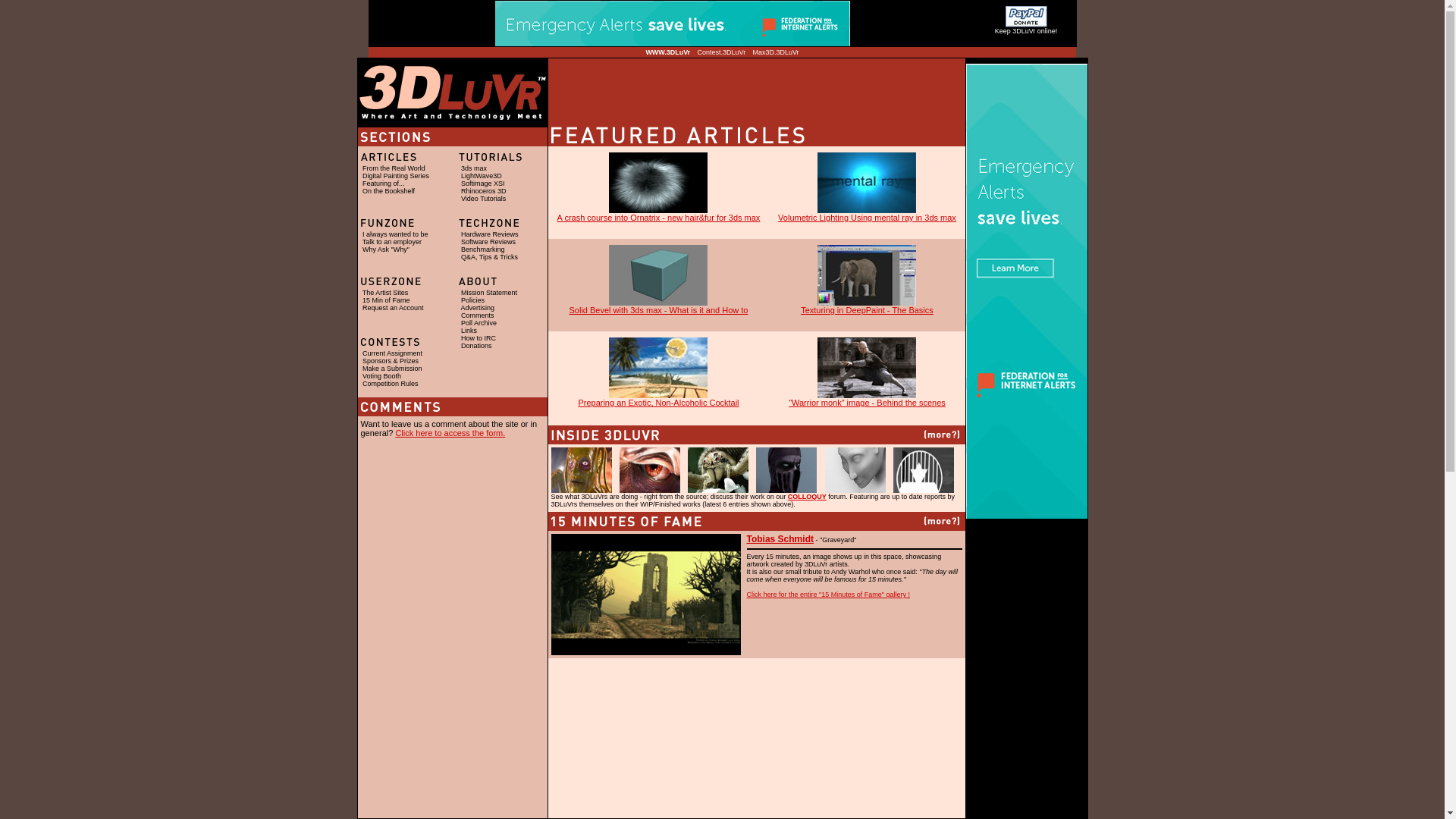  Describe the element at coordinates (478, 322) in the screenshot. I see `'Poll Archive'` at that location.